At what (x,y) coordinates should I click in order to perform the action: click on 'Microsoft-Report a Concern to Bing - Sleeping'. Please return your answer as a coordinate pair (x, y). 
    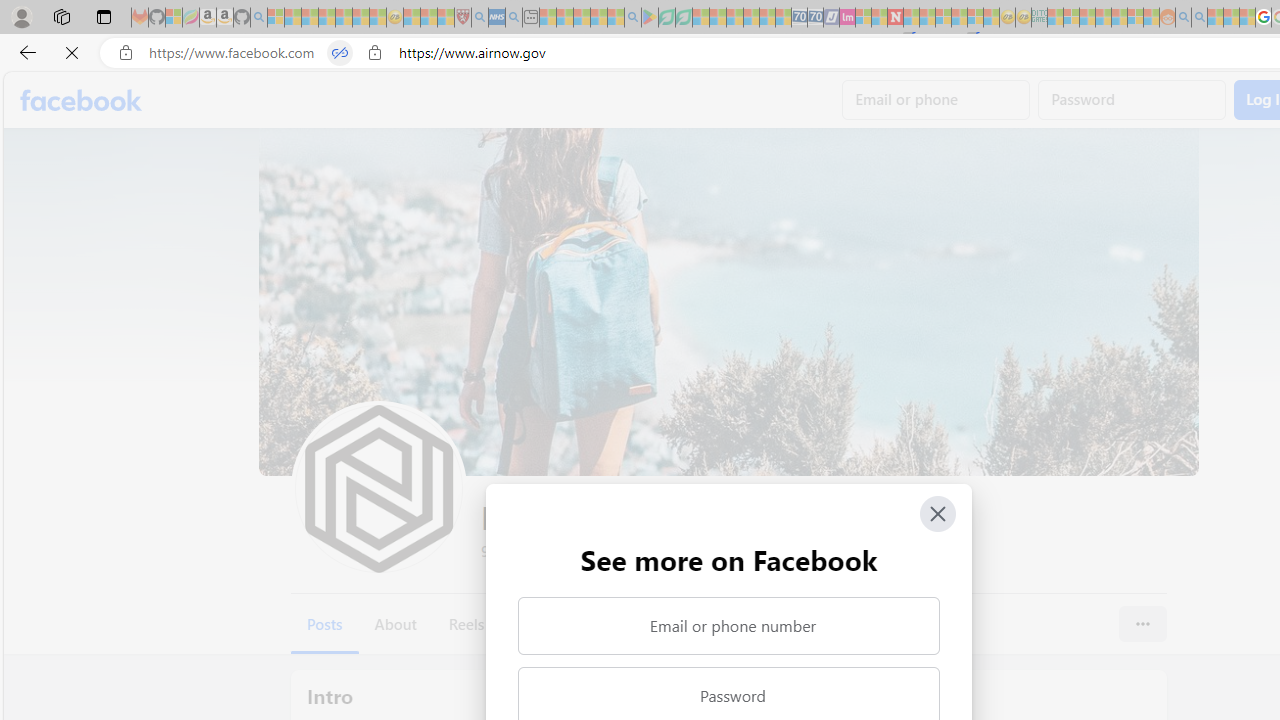
    Looking at the image, I should click on (174, 17).